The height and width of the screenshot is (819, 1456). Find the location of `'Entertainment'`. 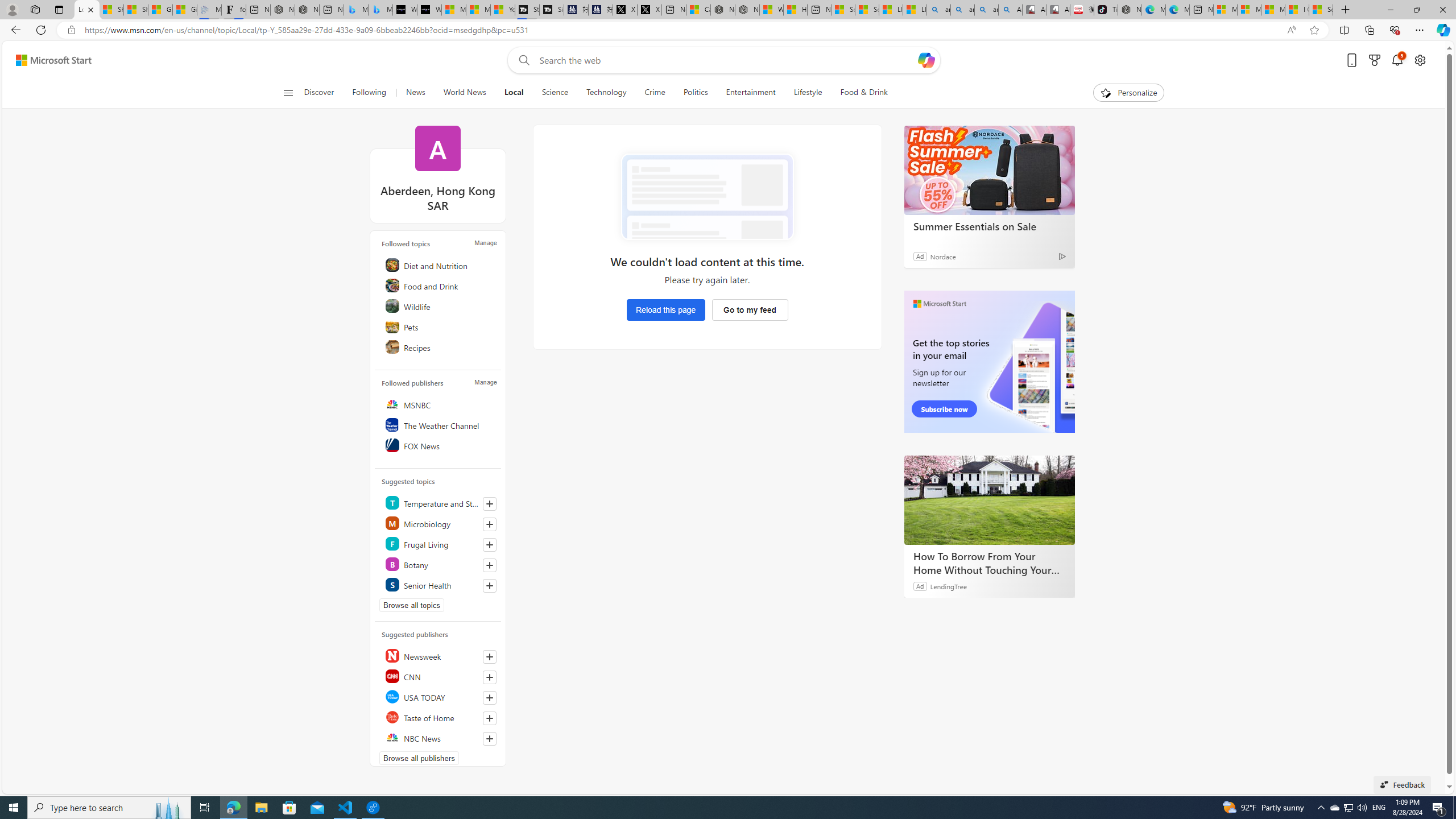

'Entertainment' is located at coordinates (750, 92).